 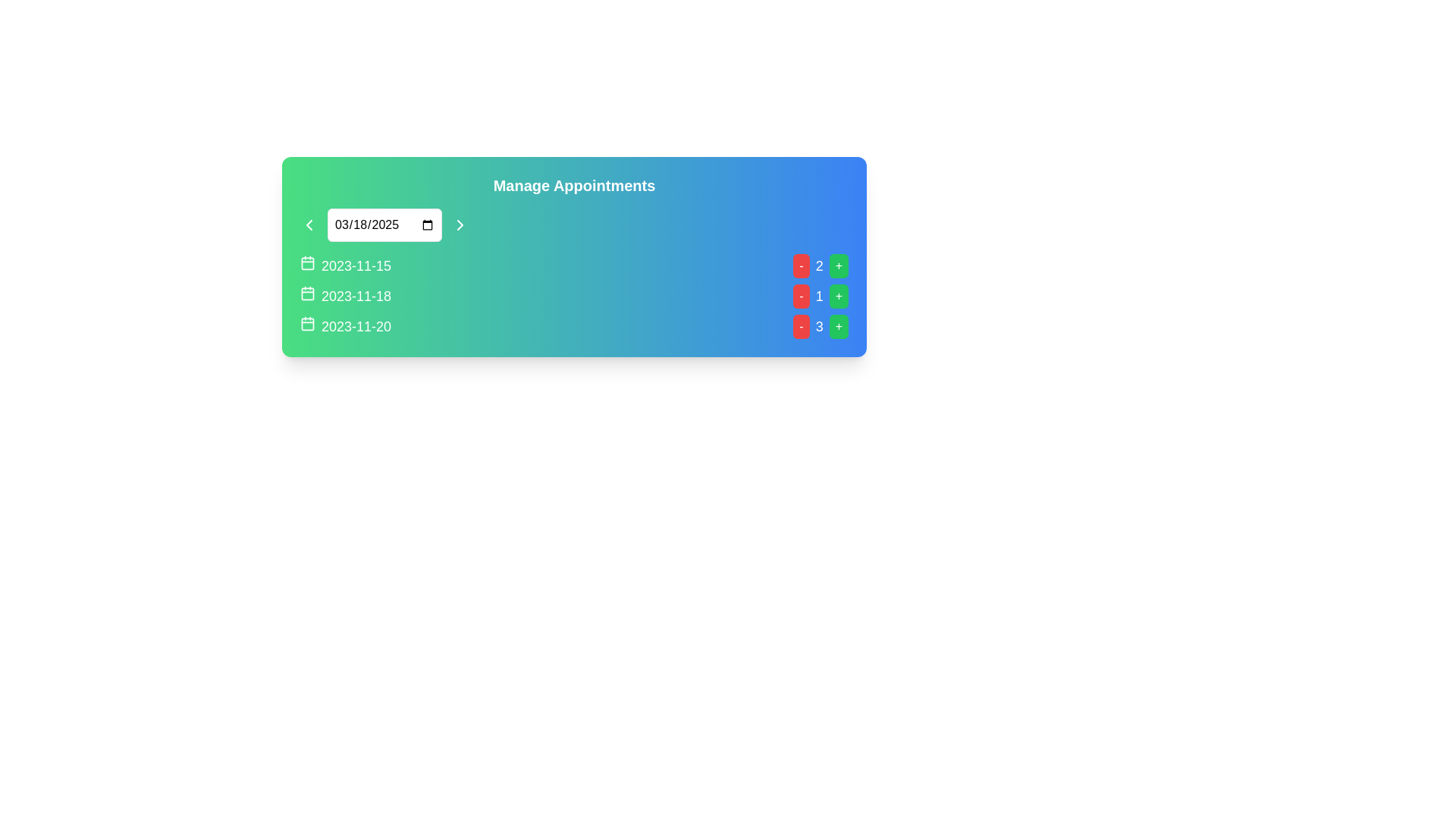 What do you see at coordinates (800, 265) in the screenshot?
I see `the decrement button located to the left of the number '2' in a set of three horizontally aligned elements` at bounding box center [800, 265].